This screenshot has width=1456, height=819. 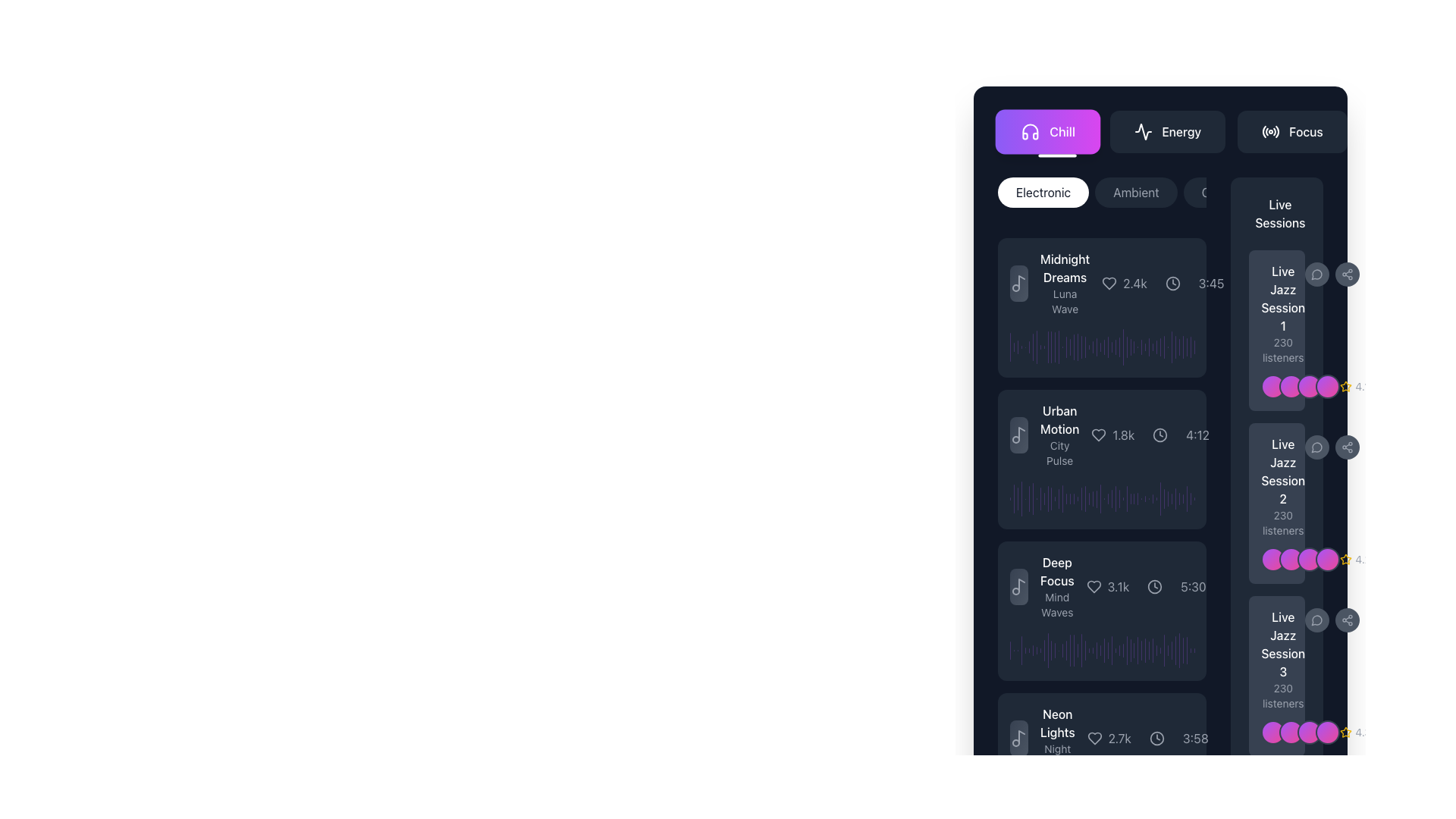 What do you see at coordinates (1102, 649) in the screenshot?
I see `the Audio waveform visual, which consists of a waveform graphic with purple peaks and troughs on a dark background, located in the 'Deep Focus' section beneath 'Mind Waves' and above 'Neon Lights'` at bounding box center [1102, 649].